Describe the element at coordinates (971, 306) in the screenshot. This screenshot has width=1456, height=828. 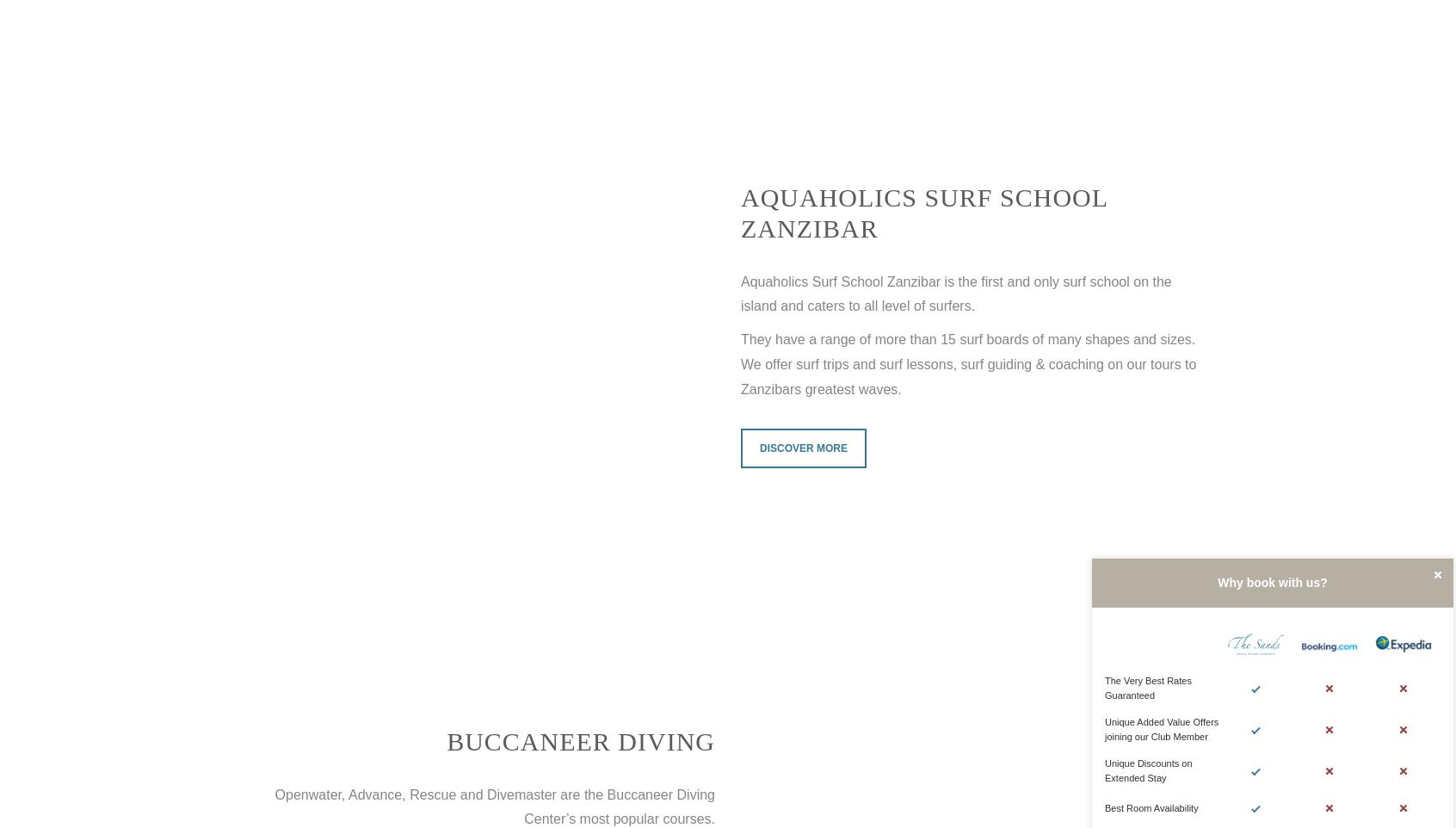
I see `'.'` at that location.